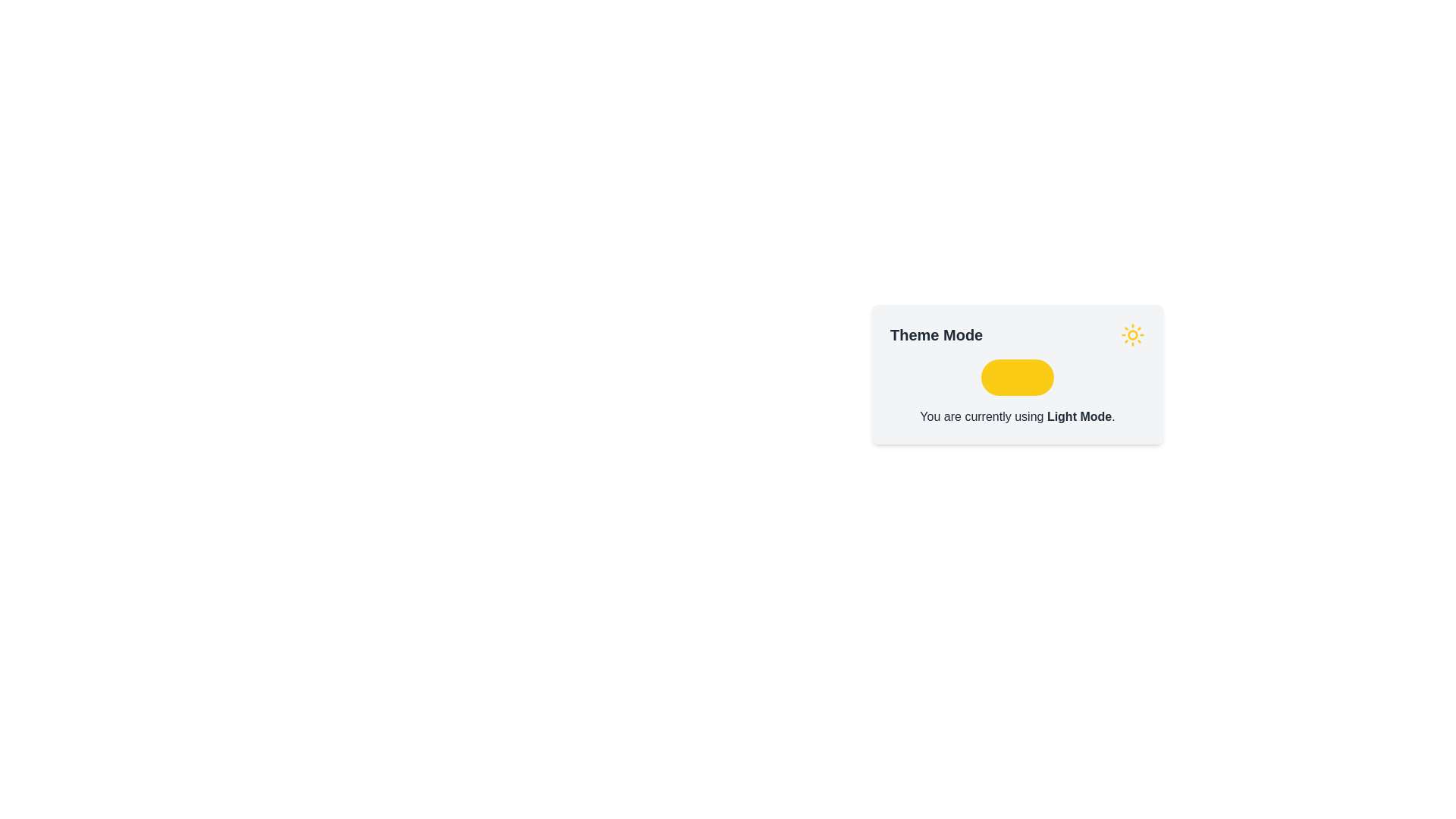 This screenshot has width=1456, height=819. Describe the element at coordinates (1132, 334) in the screenshot. I see `the visual representation of the sun icon's central circle, which indicates the current light mode or brightness theme, located at the top-right corner of the 'Theme Mode' card` at that location.